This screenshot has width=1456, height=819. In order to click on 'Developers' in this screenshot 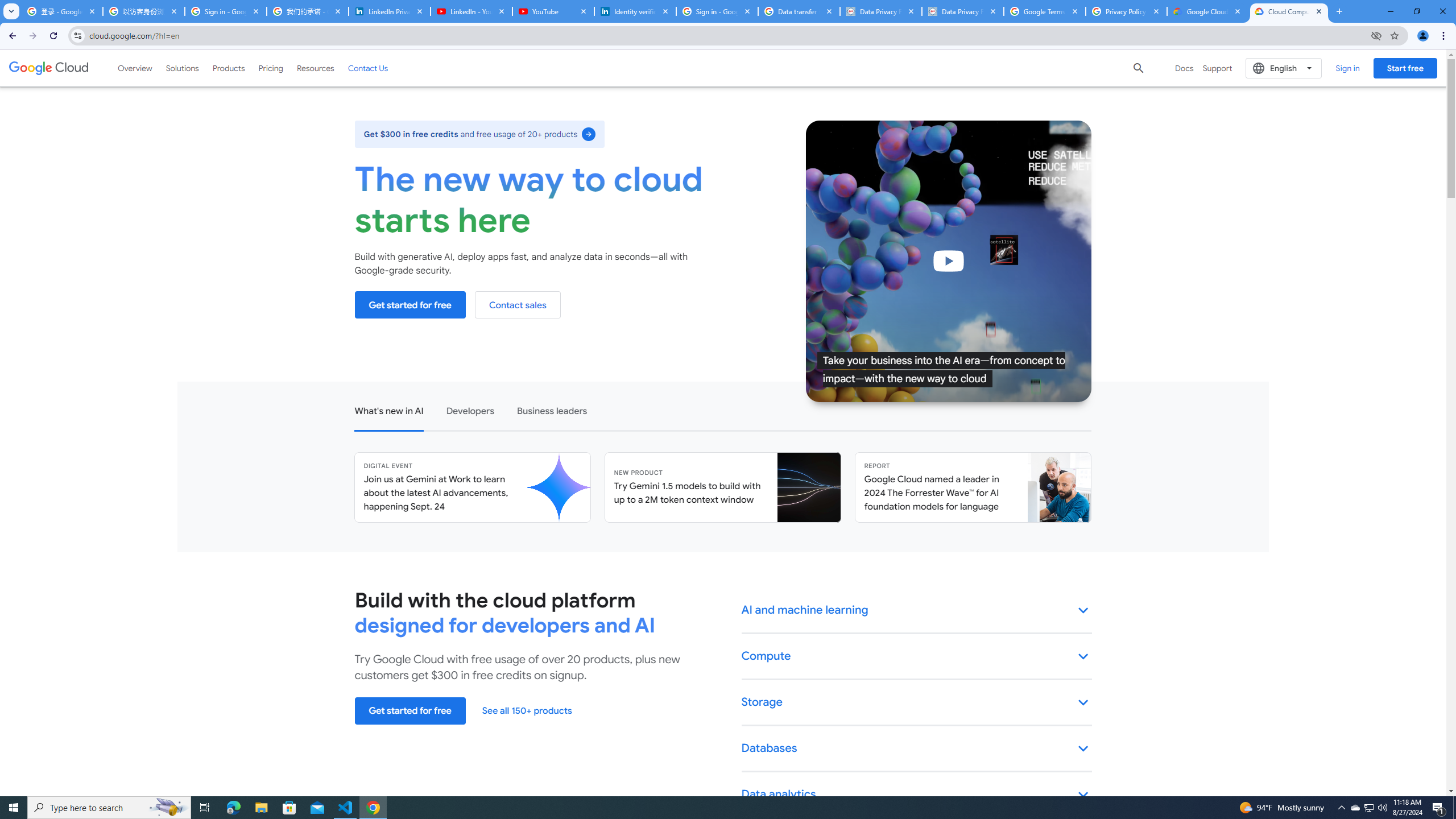, I will do `click(469, 409)`.